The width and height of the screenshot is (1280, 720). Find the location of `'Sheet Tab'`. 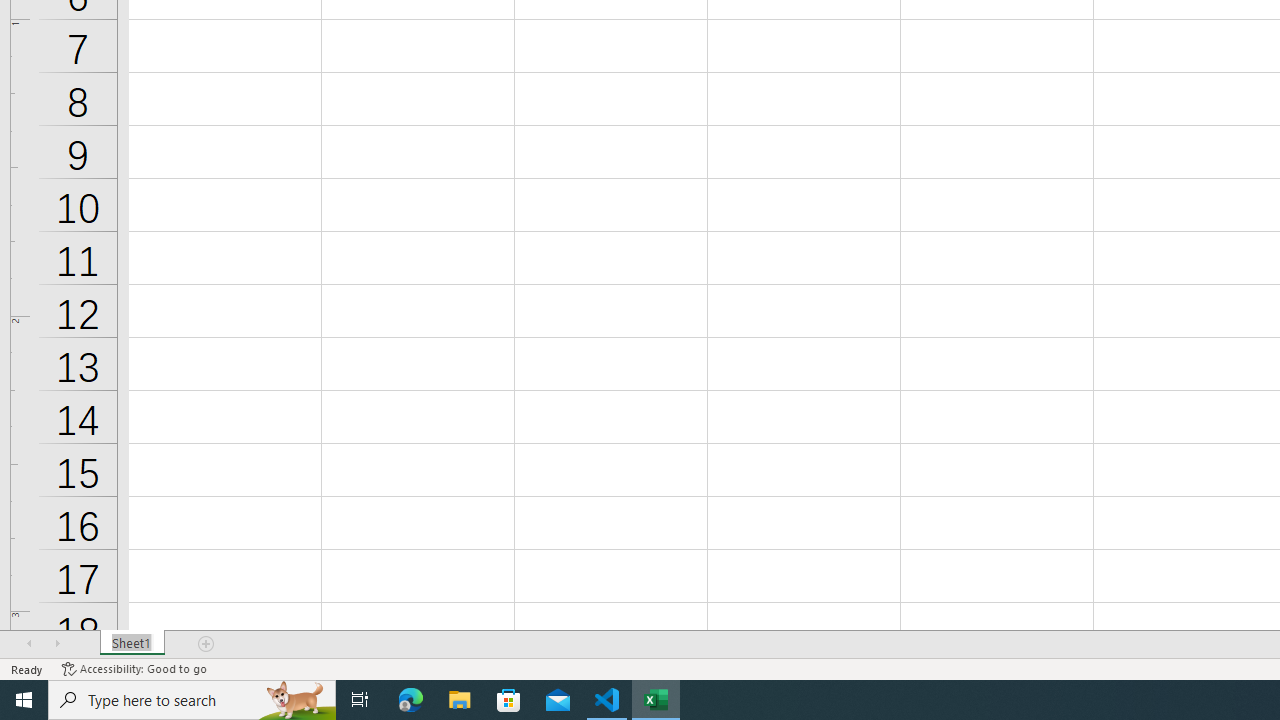

'Sheet Tab' is located at coordinates (131, 644).